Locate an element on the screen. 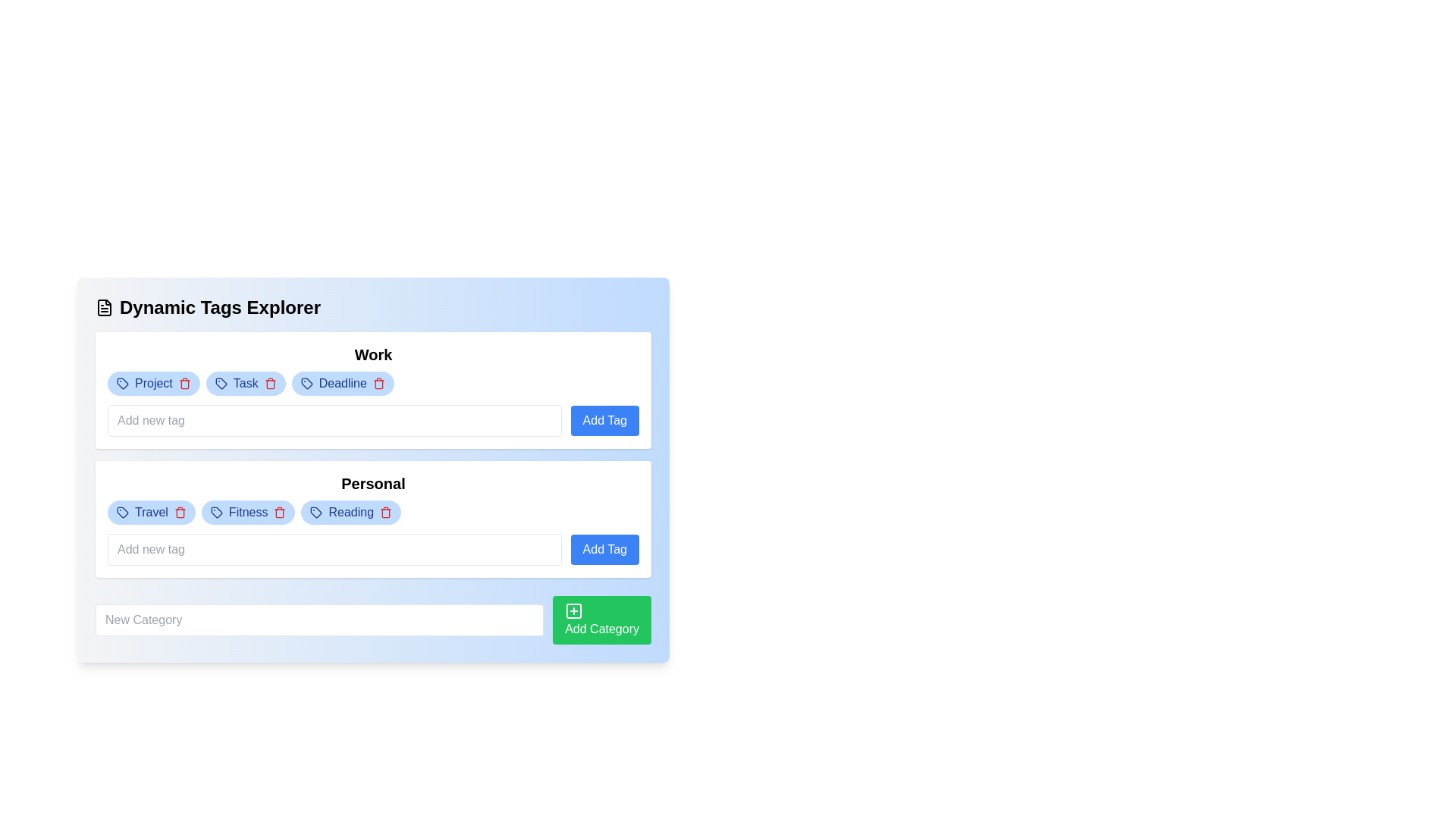 The width and height of the screenshot is (1456, 819). the Remove Icon located to the right of the 'Task' tag label in the 'Work' section is located at coordinates (270, 384).